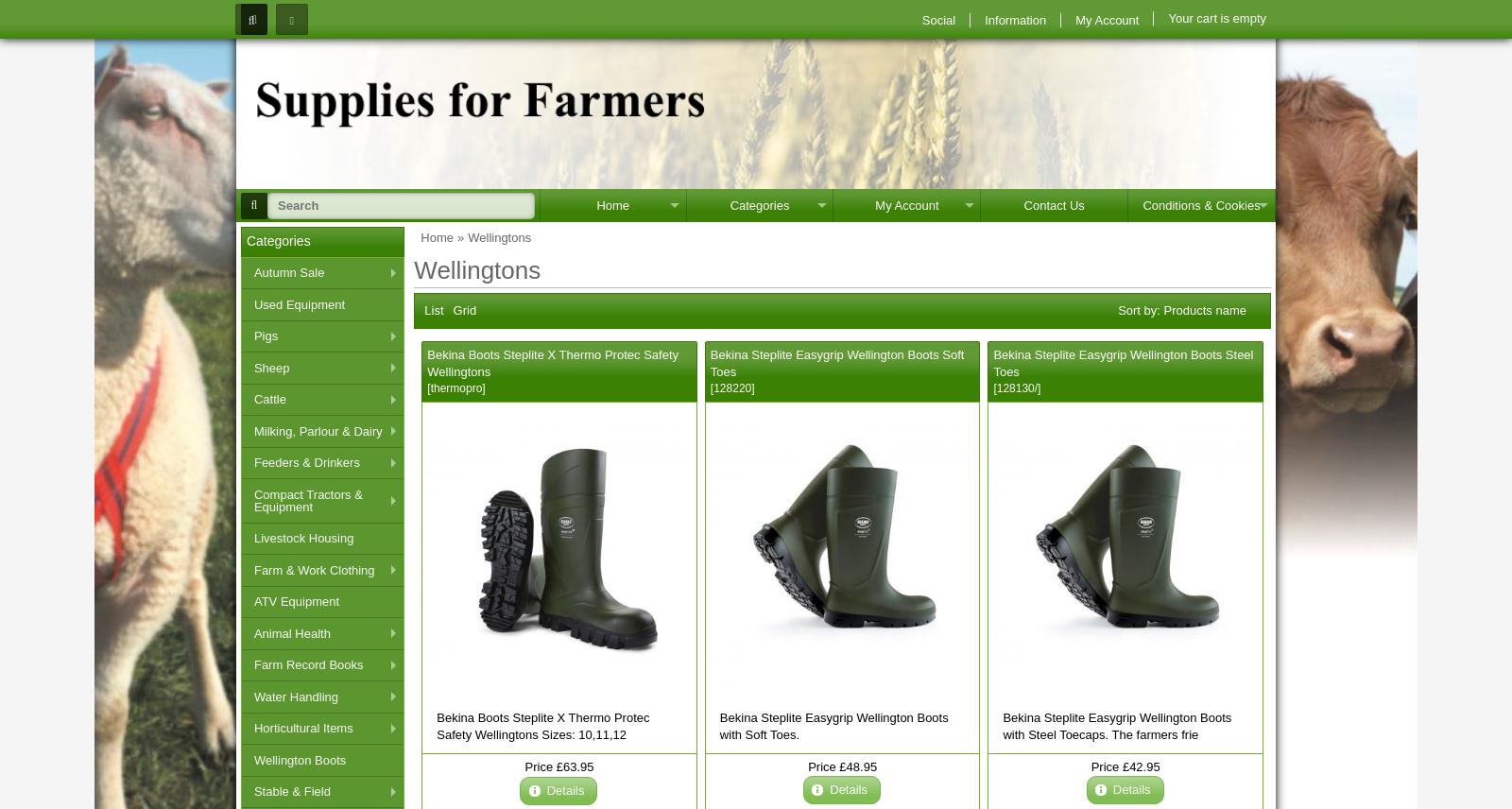 Image resolution: width=1512 pixels, height=809 pixels. Describe the element at coordinates (253, 461) in the screenshot. I see `'Feeders & Drinkers'` at that location.